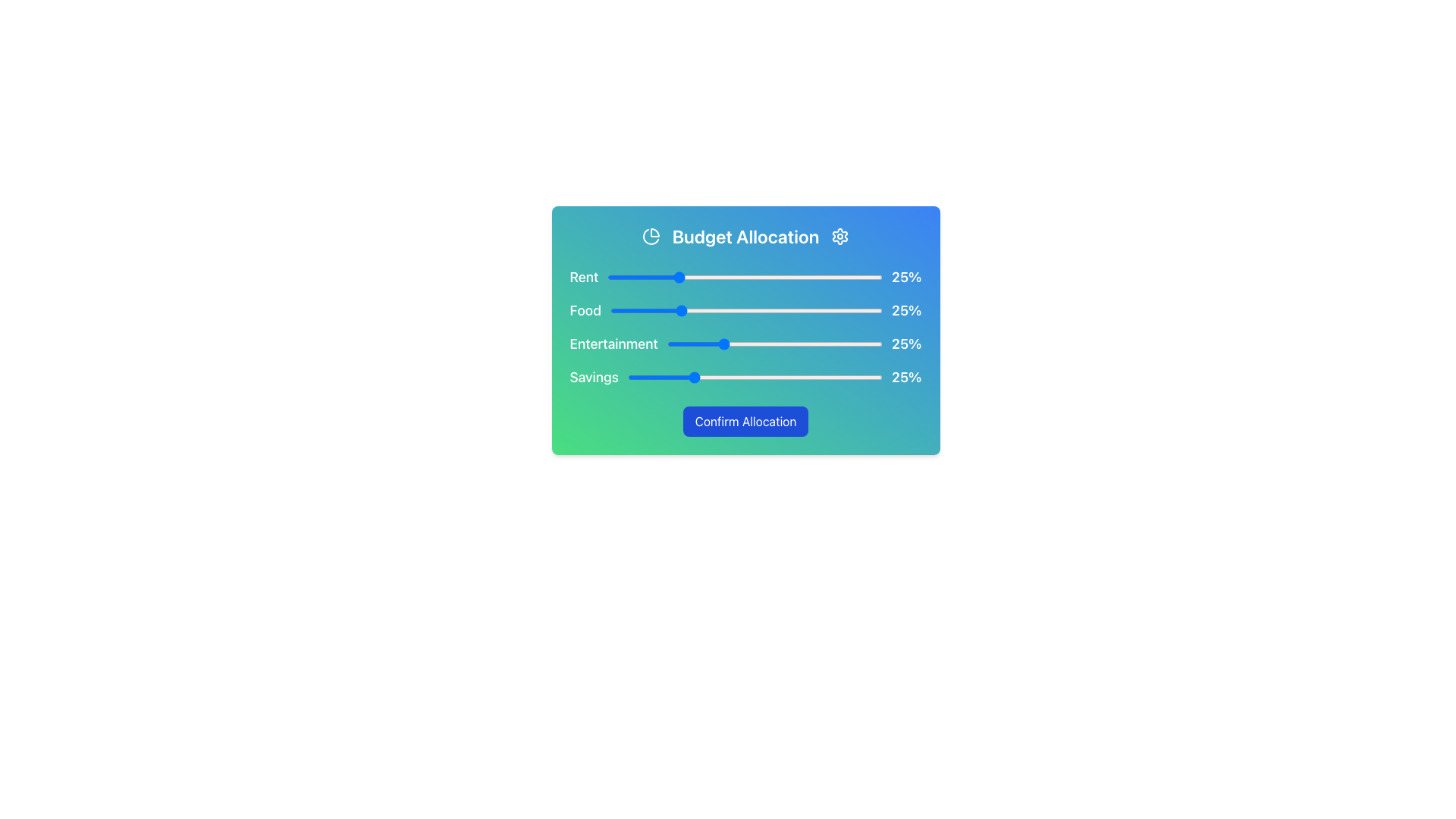 Image resolution: width=1456 pixels, height=819 pixels. I want to click on the slider, so click(805, 309).